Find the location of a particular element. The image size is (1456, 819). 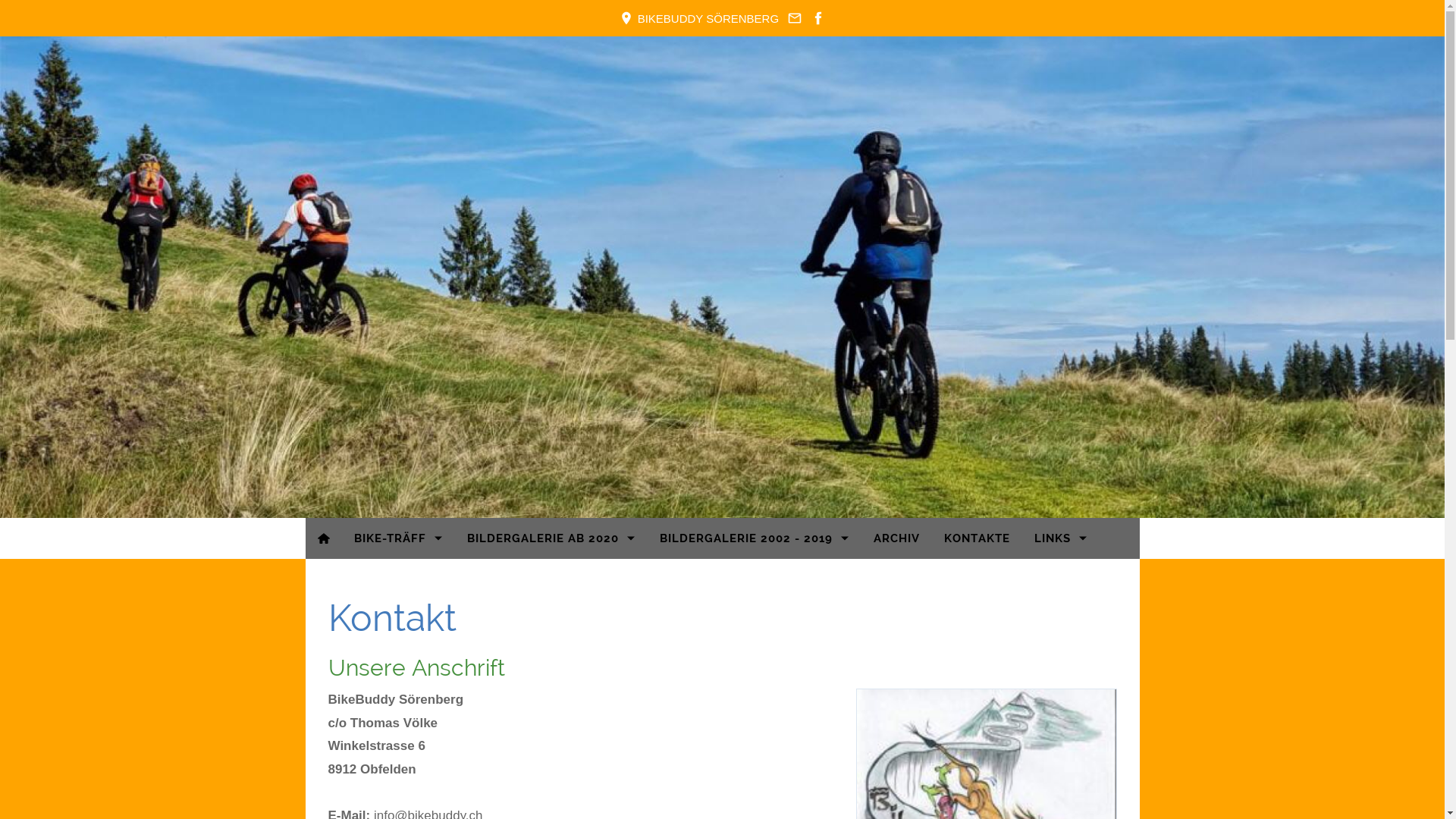

'BILDERGALERIE AB 2020' is located at coordinates (550, 537).